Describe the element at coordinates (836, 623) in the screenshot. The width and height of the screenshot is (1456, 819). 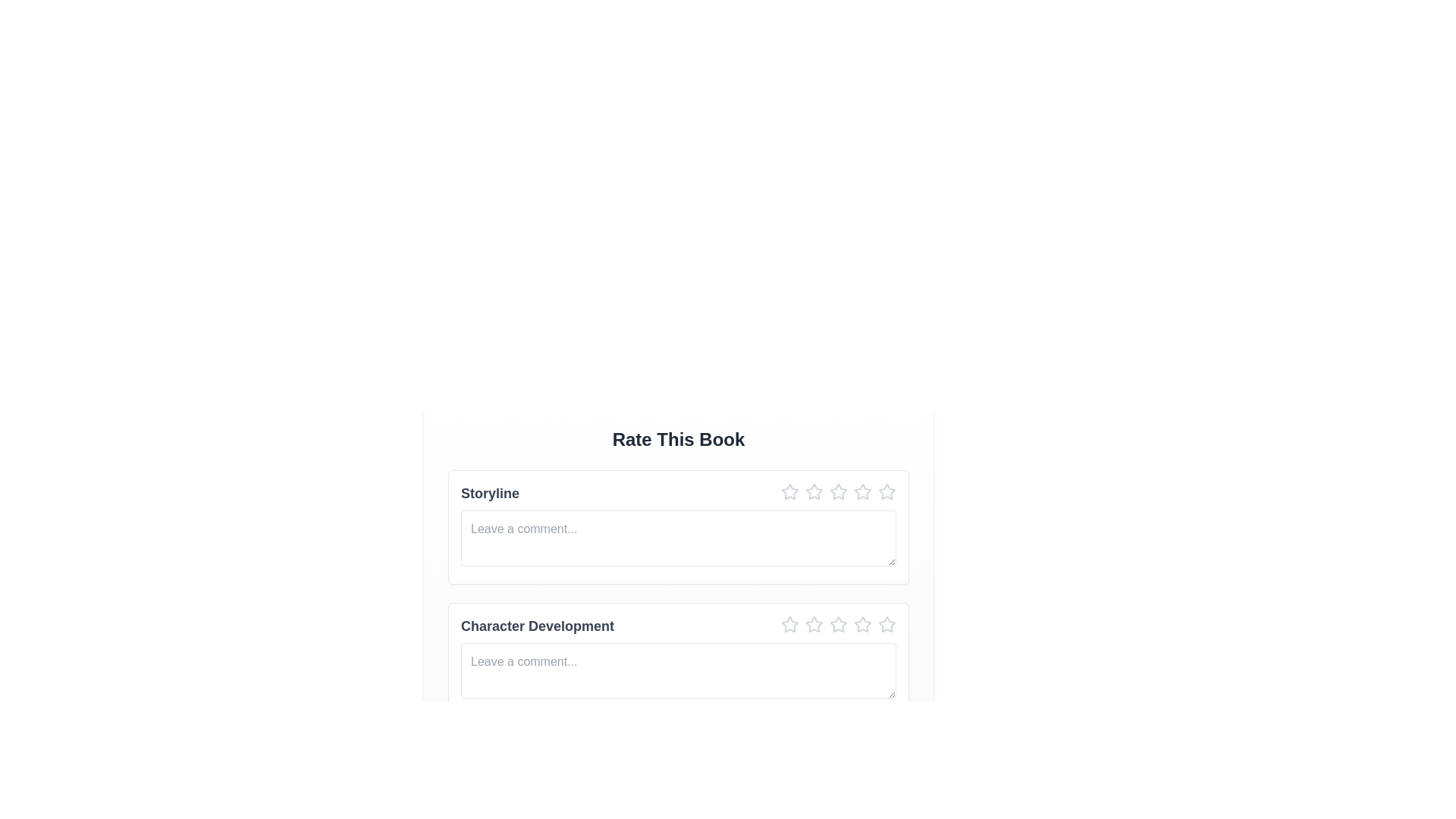
I see `the fifth star icon in the rating system to assign a 5-star rating to the 'Character Development' criterion` at that location.